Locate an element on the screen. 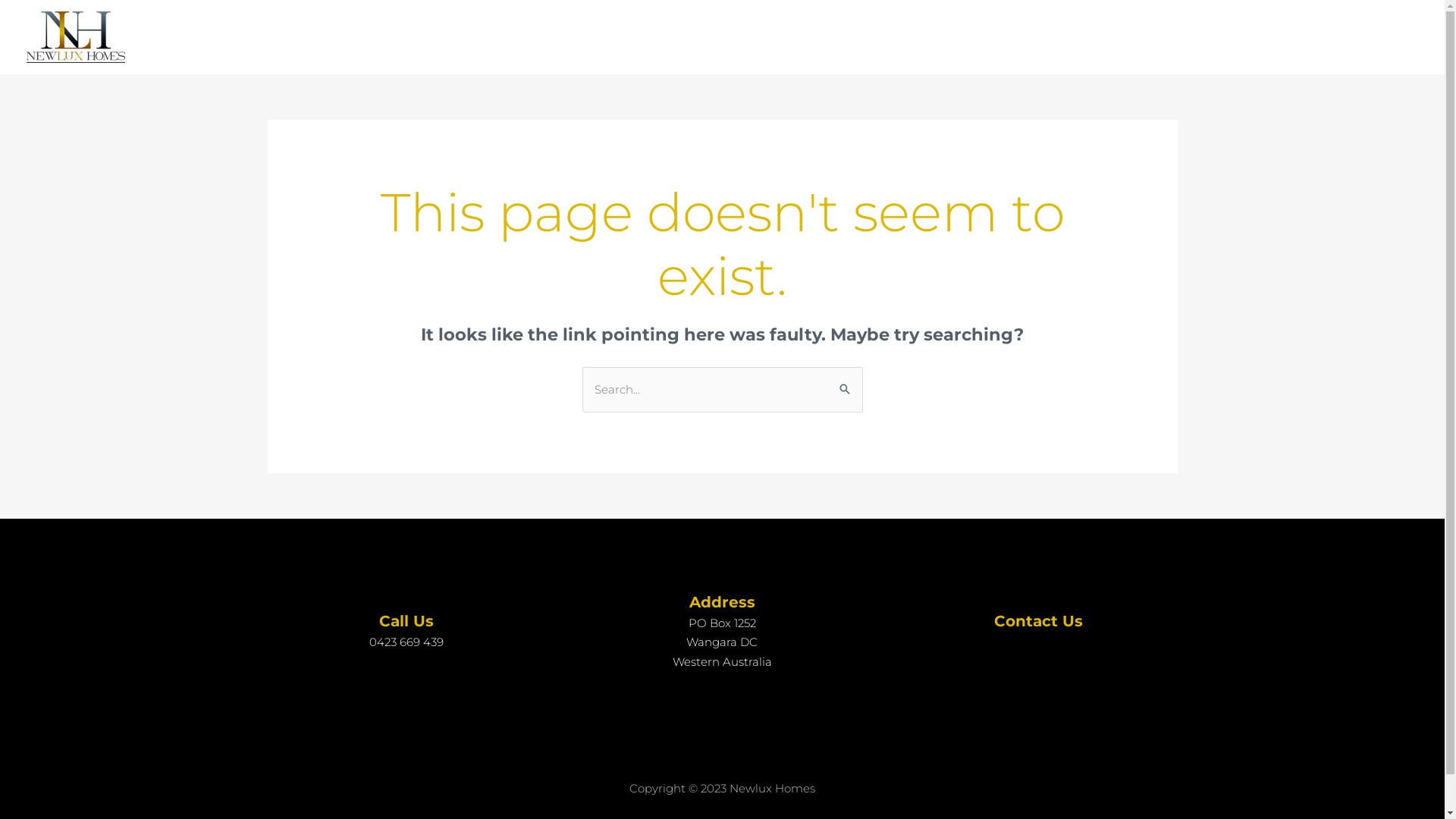 The width and height of the screenshot is (1456, 819). 'Search' is located at coordinates (844, 382).